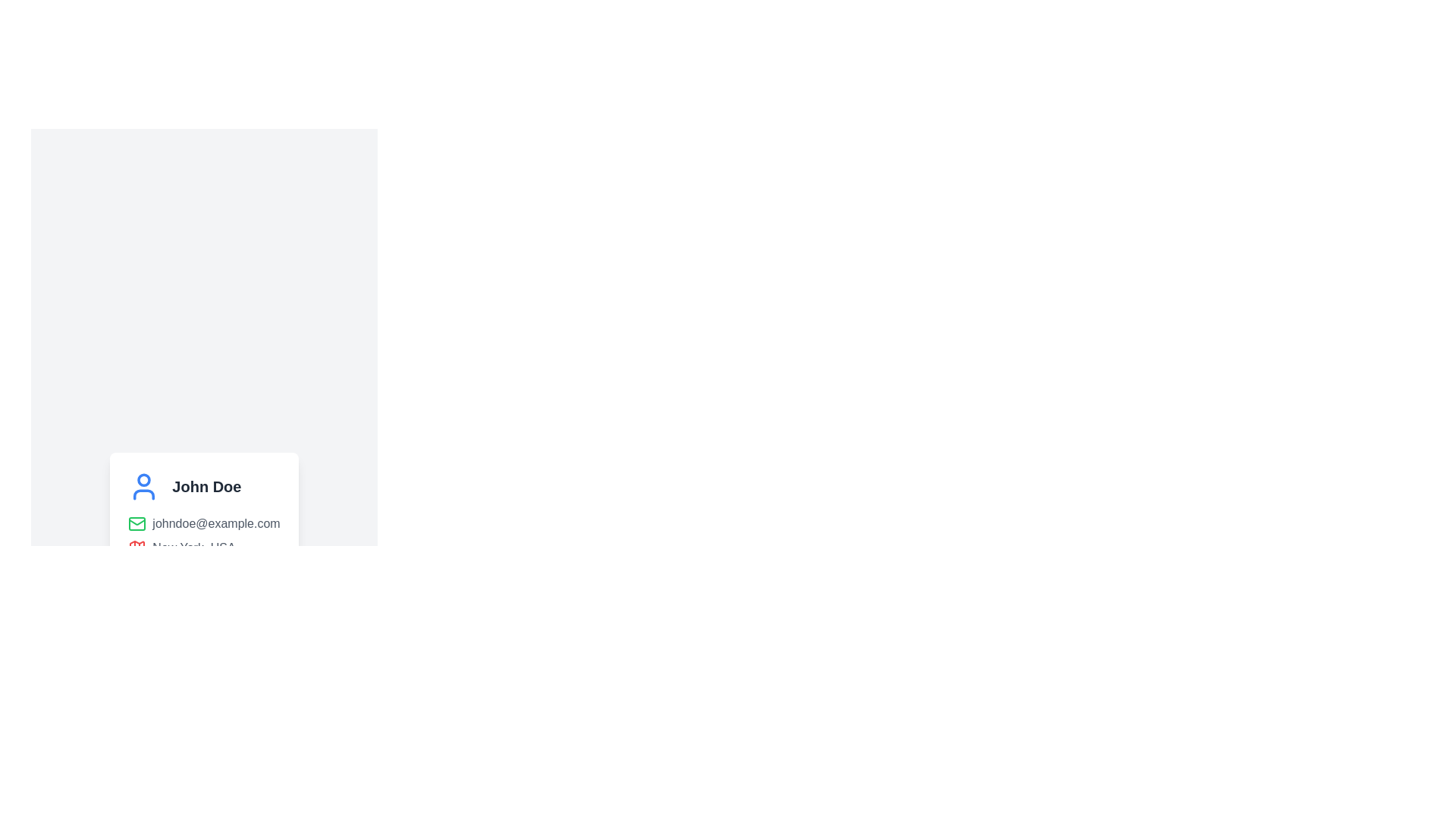 This screenshot has height=819, width=1456. Describe the element at coordinates (137, 522) in the screenshot. I see `the envelope icon, which is a green-colored SVG component located directly to the left of the email address 'johndoe@example.com' within a vertical information card layout` at that location.